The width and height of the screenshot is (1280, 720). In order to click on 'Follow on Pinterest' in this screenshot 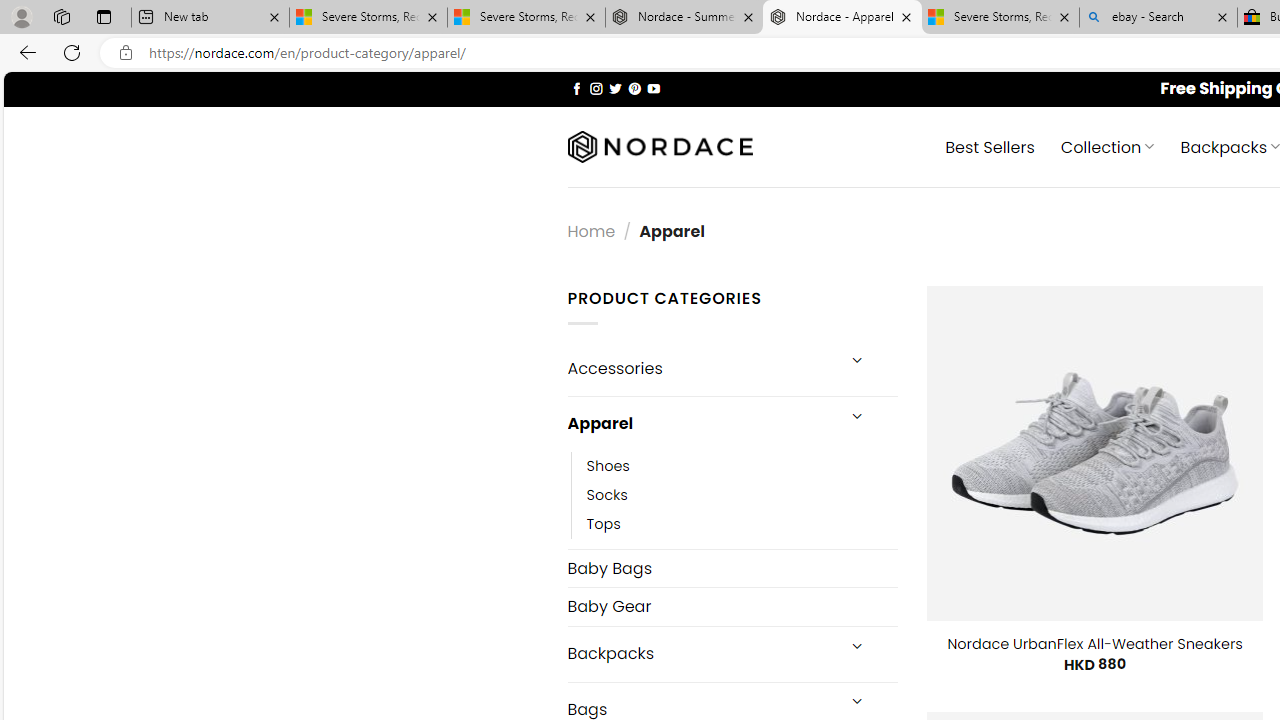, I will do `click(633, 87)`.